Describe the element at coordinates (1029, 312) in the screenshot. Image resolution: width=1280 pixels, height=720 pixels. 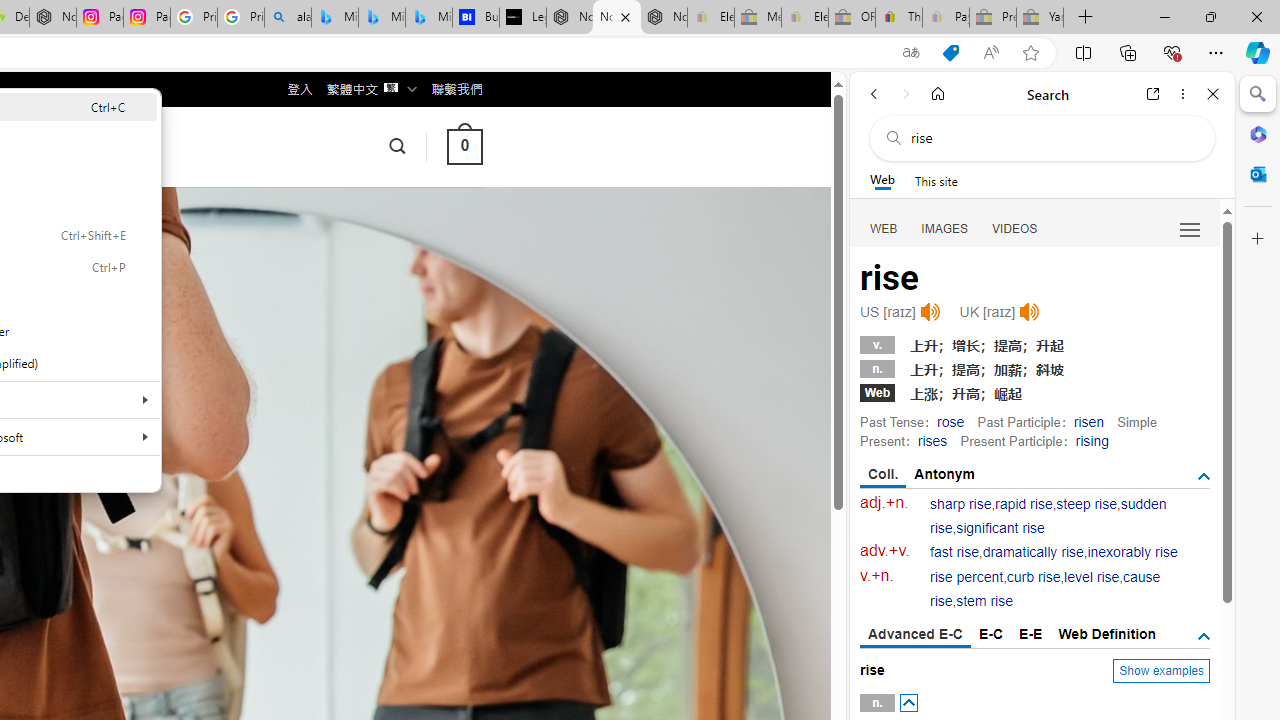
I see `'Click to listen'` at that location.